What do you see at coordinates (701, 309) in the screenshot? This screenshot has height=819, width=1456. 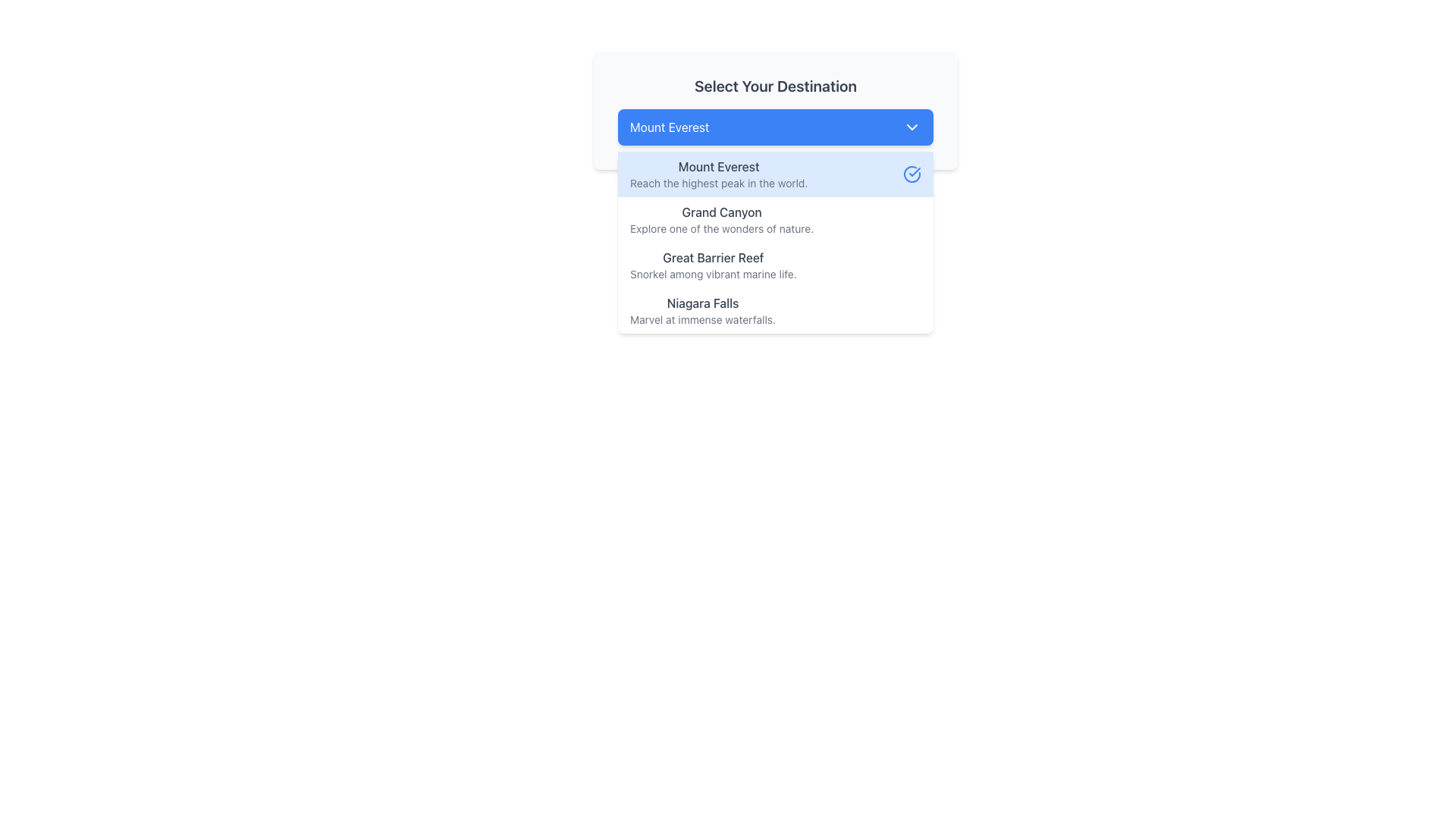 I see `the text label 'Niagara Falls'` at bounding box center [701, 309].